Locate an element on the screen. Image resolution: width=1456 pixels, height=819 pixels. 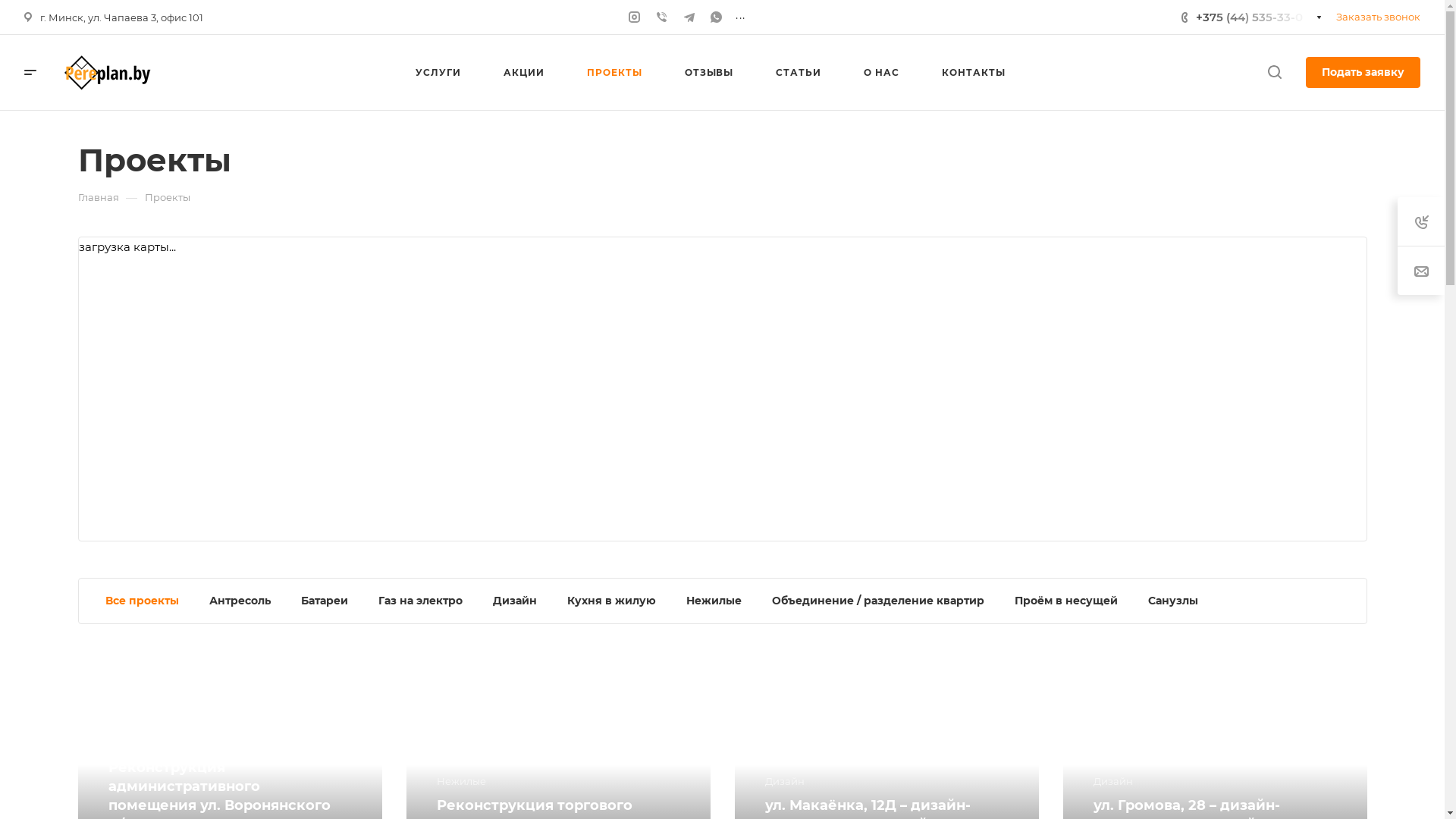
'Telegram' is located at coordinates (688, 17).